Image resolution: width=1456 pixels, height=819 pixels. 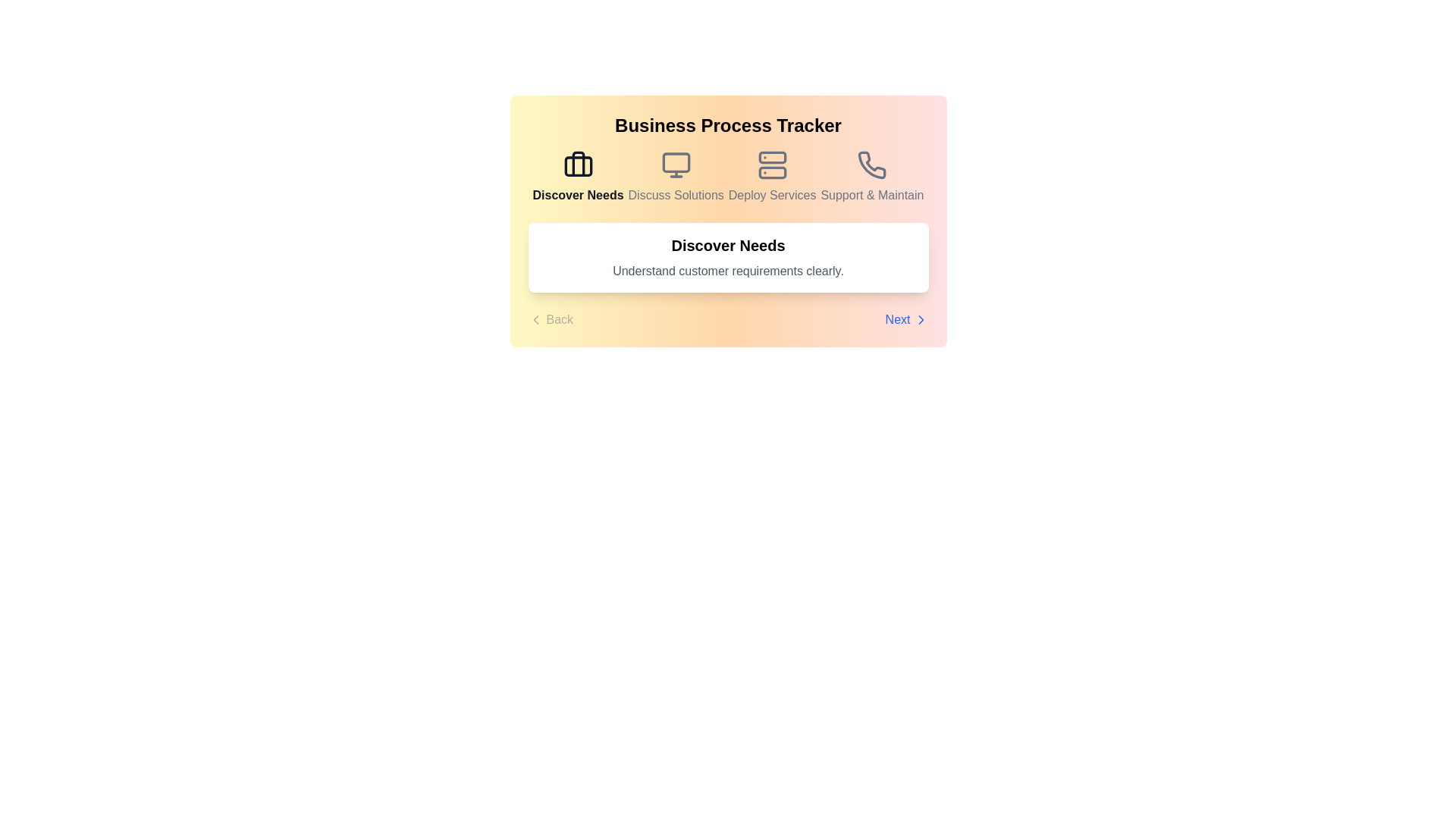 I want to click on the 'Next' button to proceed to the next step, so click(x=906, y=318).